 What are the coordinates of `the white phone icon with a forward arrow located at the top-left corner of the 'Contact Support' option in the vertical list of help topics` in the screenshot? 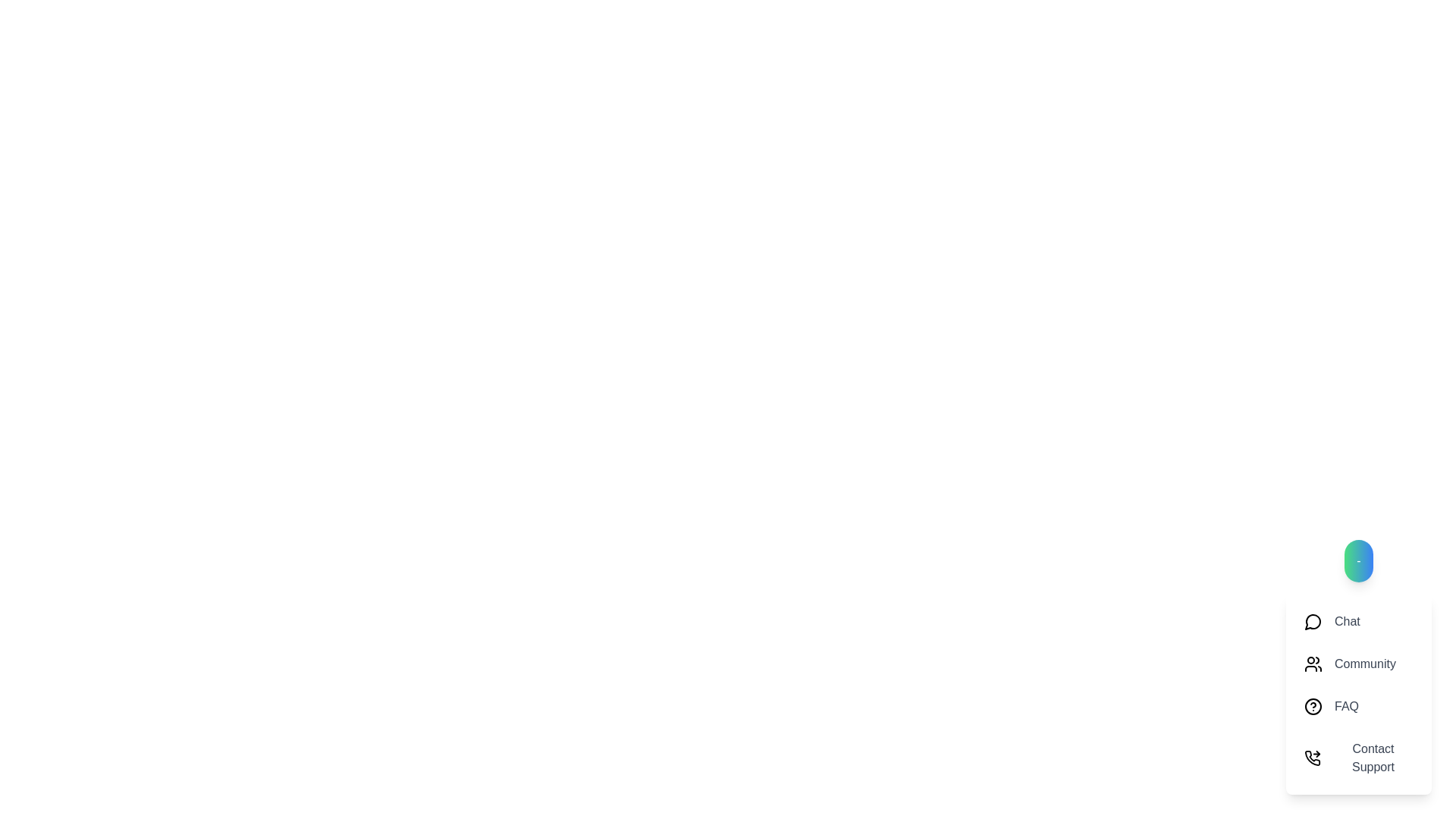 It's located at (1312, 758).